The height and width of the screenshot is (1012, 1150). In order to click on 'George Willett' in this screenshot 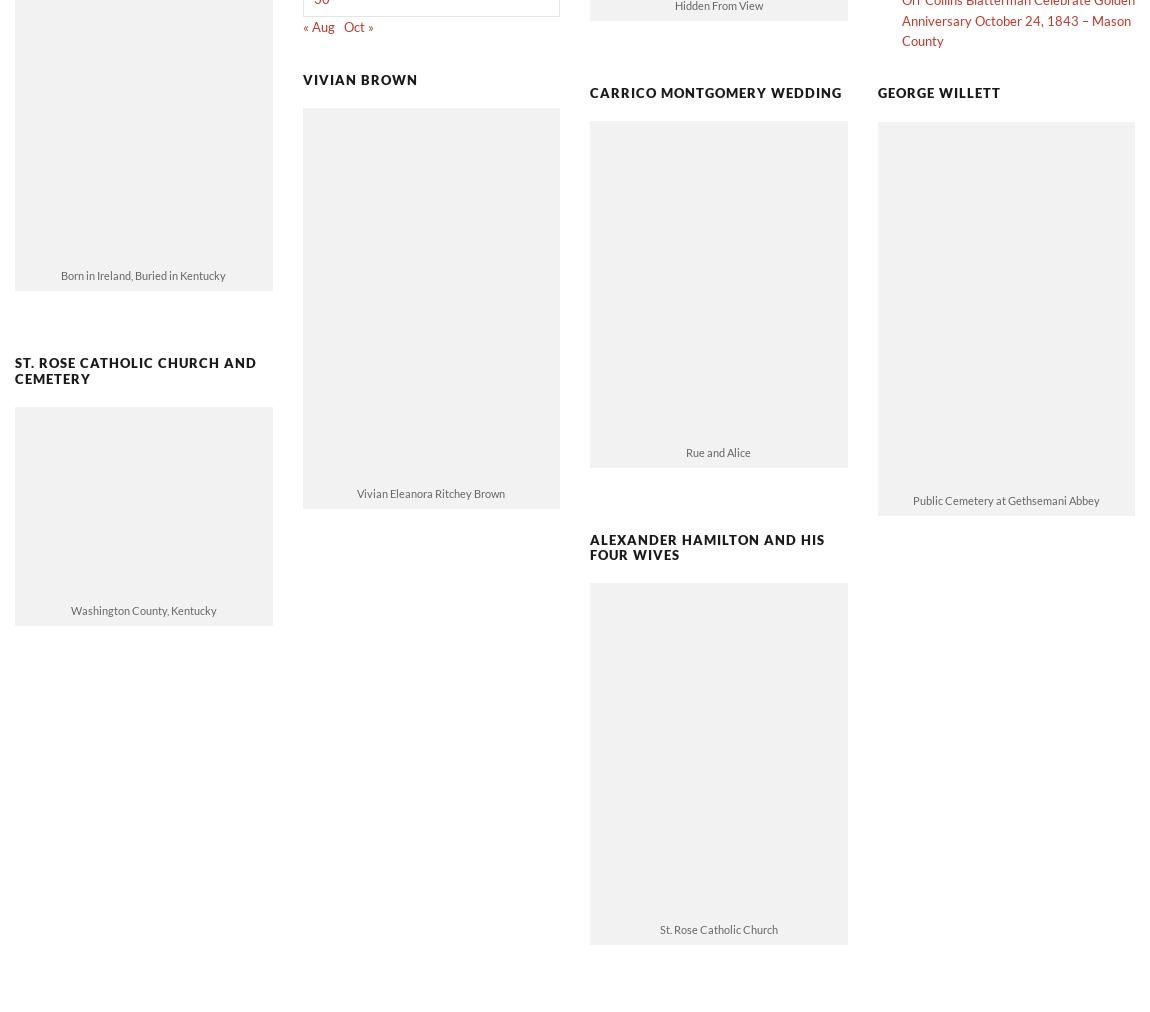, I will do `click(938, 59)`.